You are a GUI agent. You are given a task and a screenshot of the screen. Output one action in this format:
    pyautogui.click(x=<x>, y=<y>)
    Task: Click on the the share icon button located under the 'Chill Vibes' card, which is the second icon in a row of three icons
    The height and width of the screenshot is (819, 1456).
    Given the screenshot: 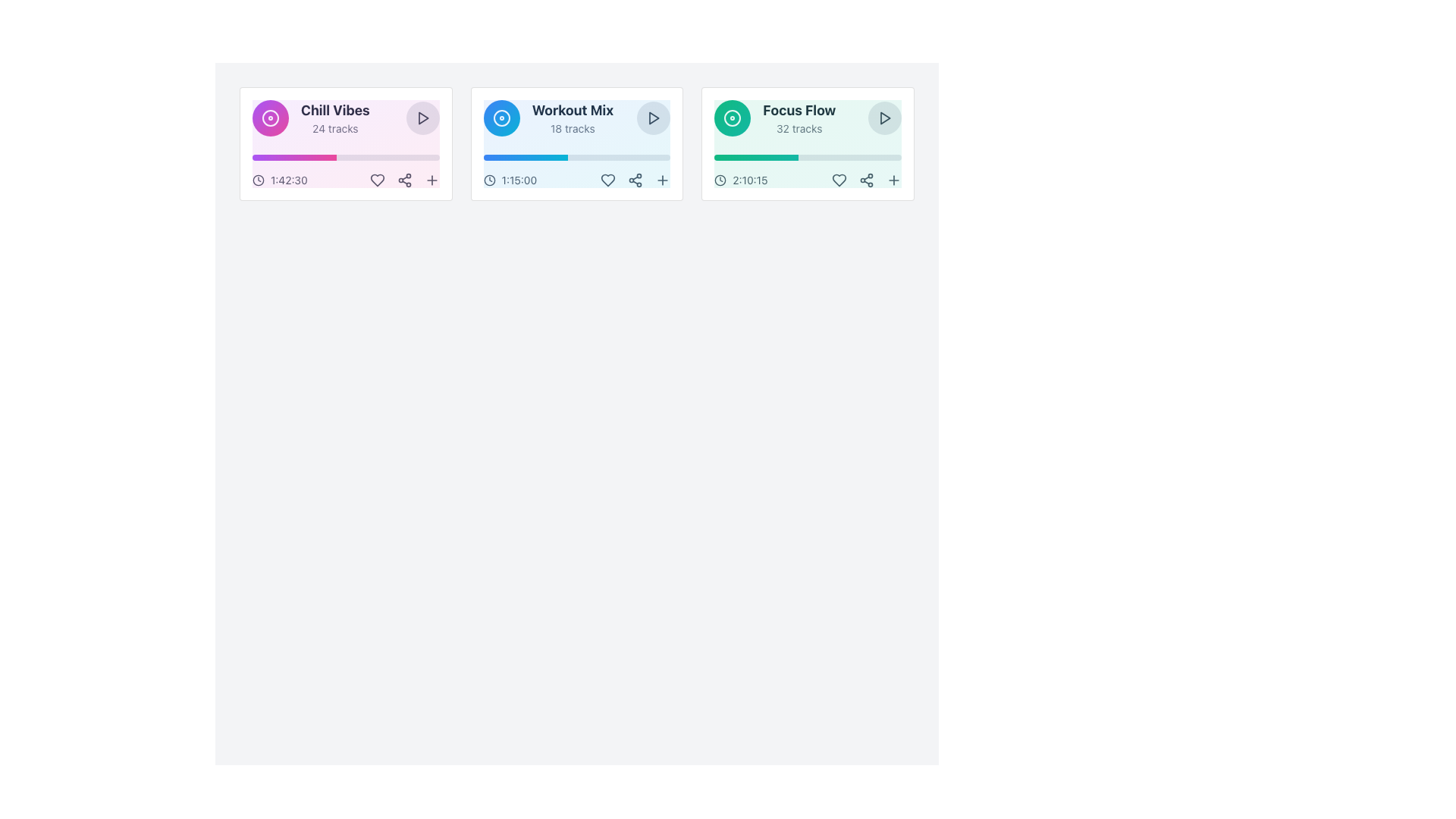 What is the action you would take?
    pyautogui.click(x=404, y=180)
    